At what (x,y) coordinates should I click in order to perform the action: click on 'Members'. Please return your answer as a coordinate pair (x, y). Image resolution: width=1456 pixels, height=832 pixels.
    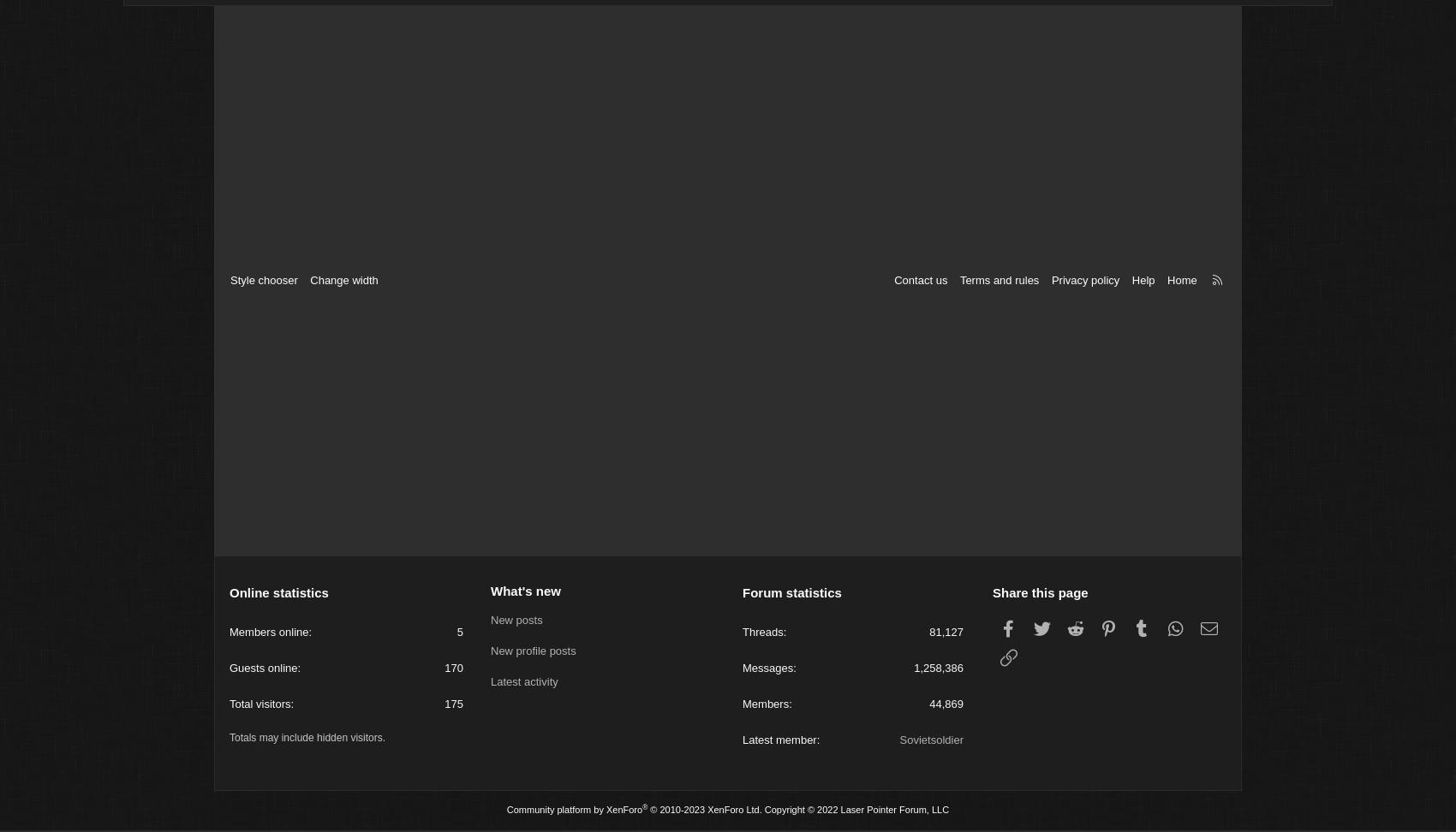
    Looking at the image, I should click on (743, 706).